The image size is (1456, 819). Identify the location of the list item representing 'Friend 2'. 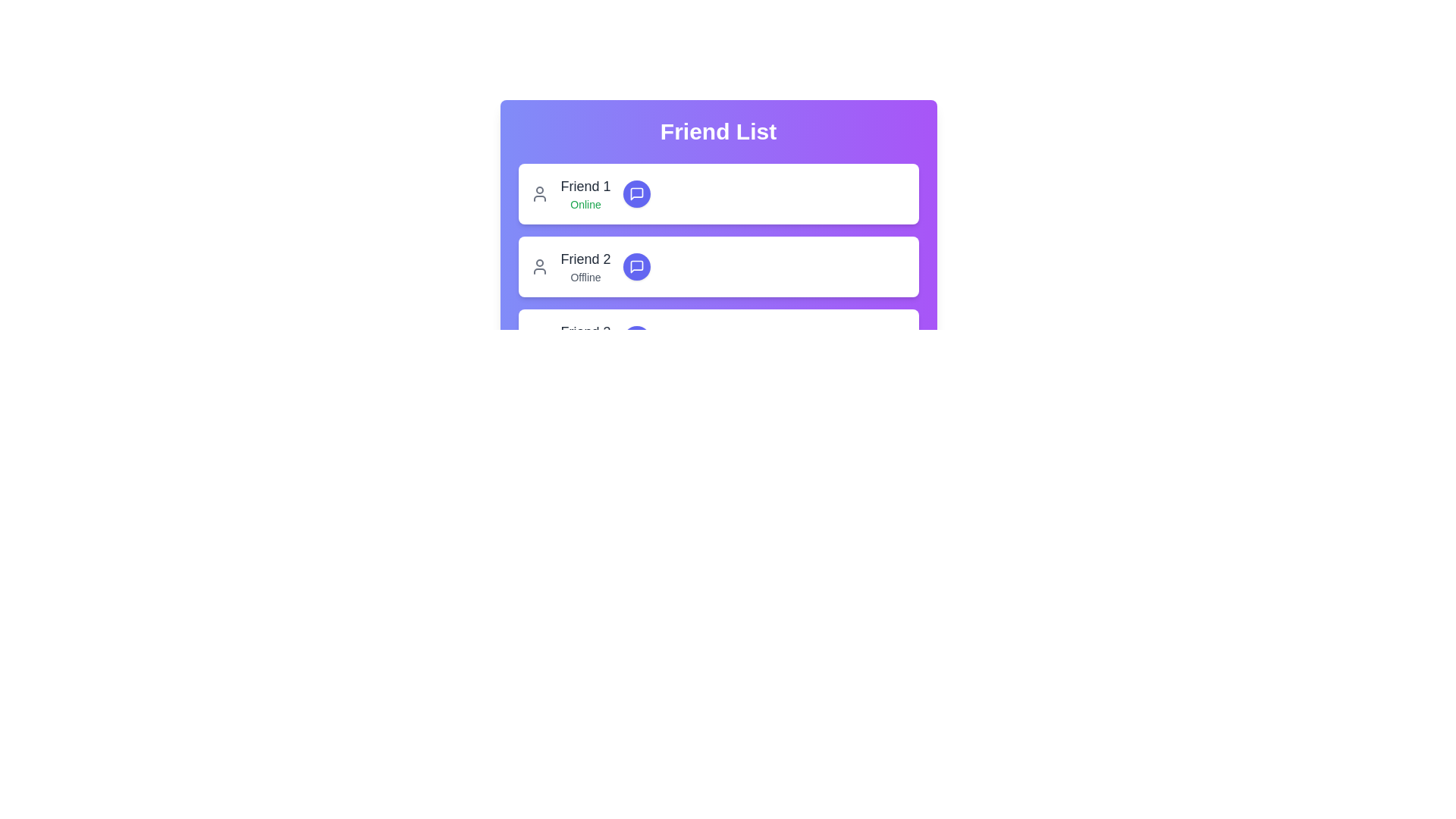
(717, 265).